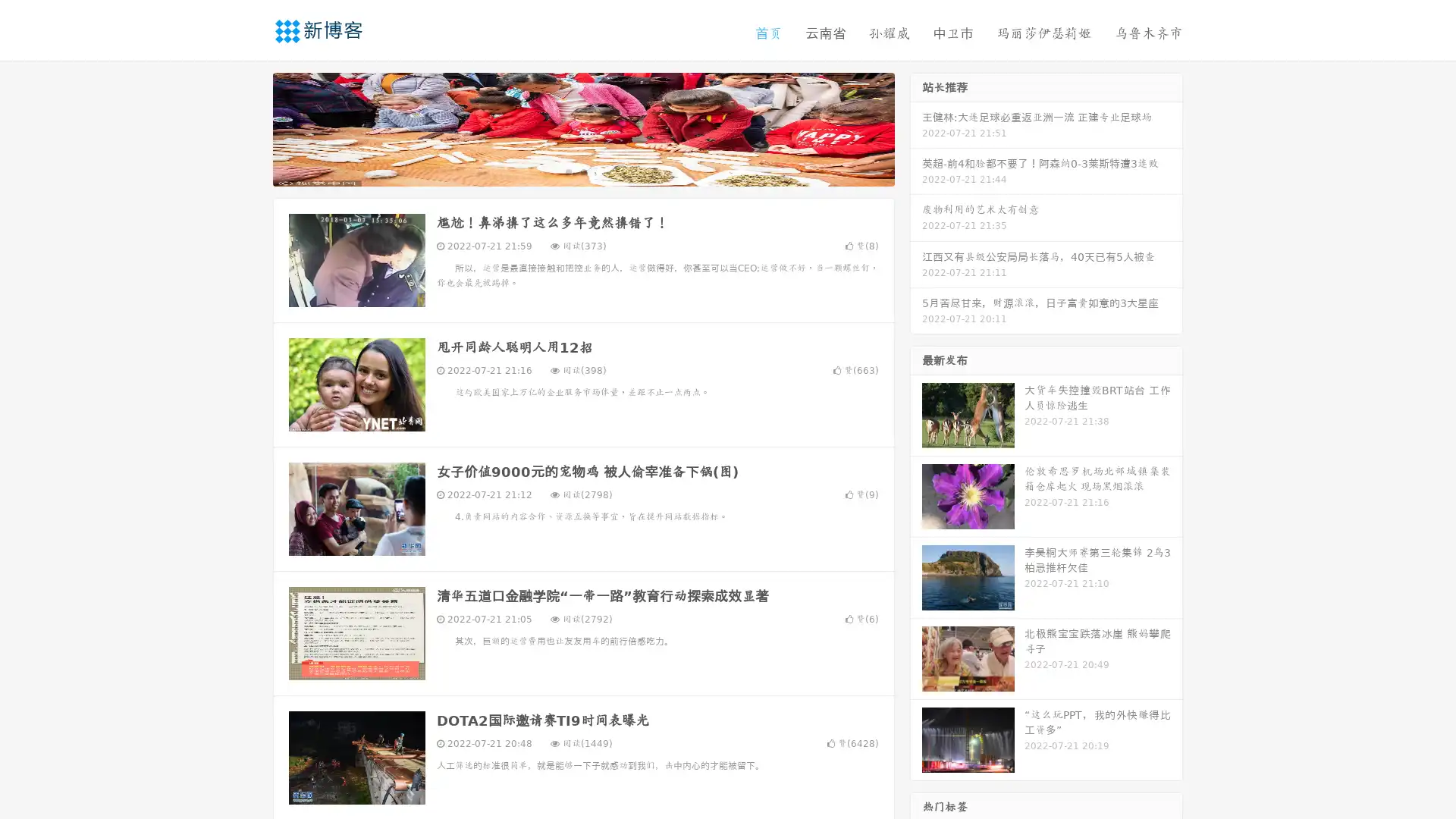  Describe the element at coordinates (250, 127) in the screenshot. I see `Previous slide` at that location.